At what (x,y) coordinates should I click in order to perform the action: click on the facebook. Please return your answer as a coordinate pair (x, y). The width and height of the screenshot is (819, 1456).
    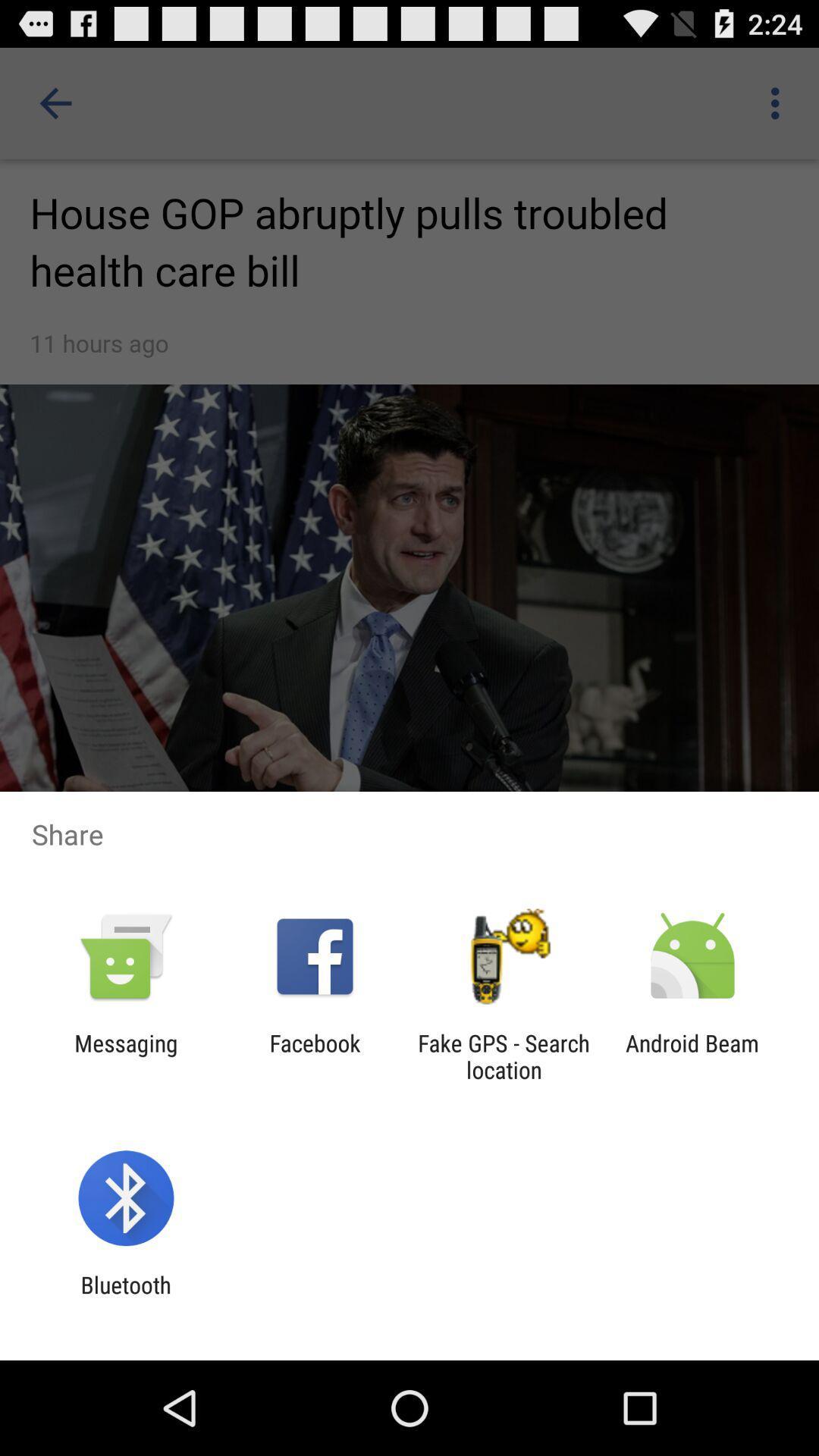
    Looking at the image, I should click on (314, 1056).